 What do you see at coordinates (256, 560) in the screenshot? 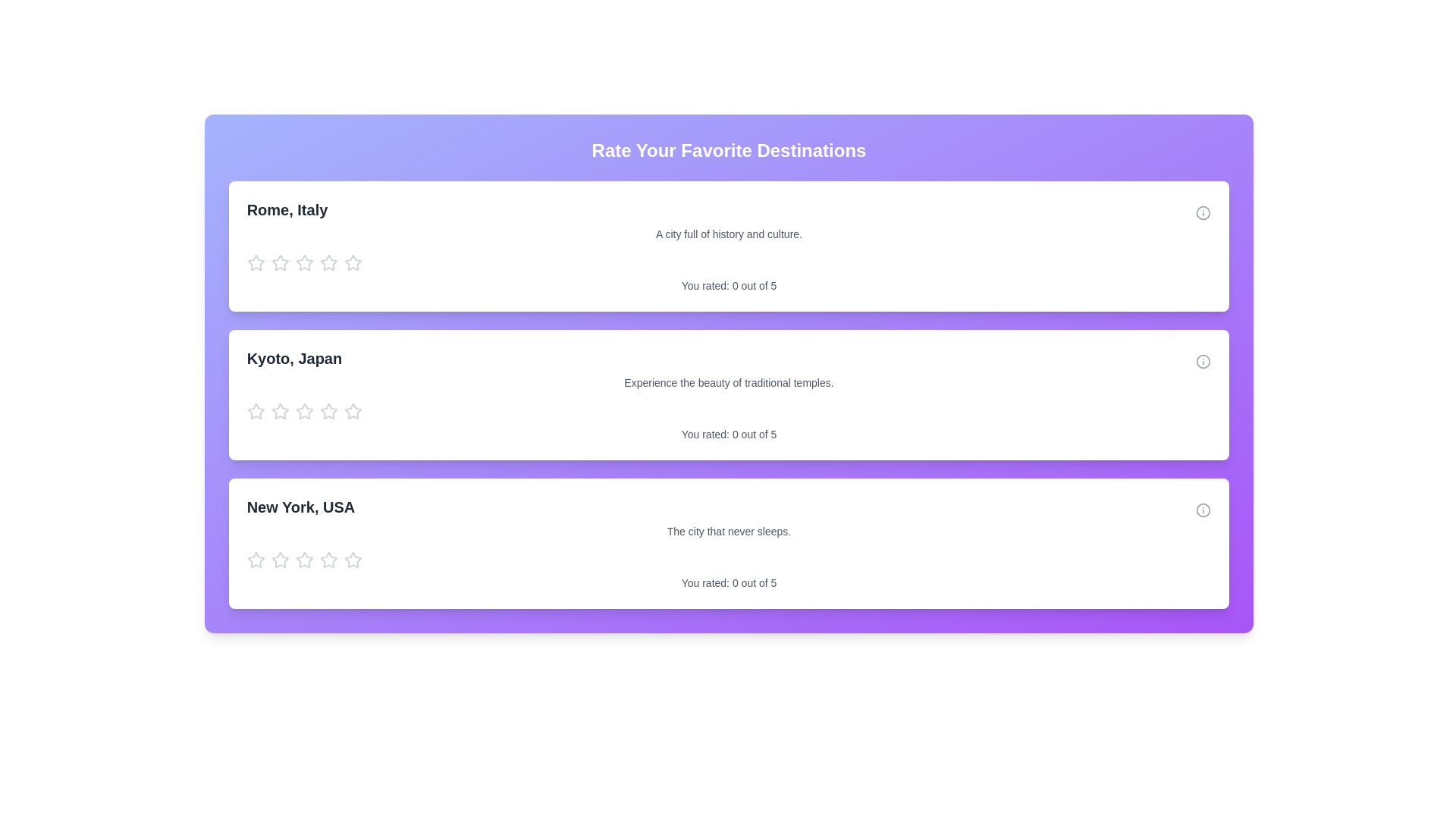
I see `the first star-shaped icon in the rating component to rate the 'New York, USA' card` at bounding box center [256, 560].